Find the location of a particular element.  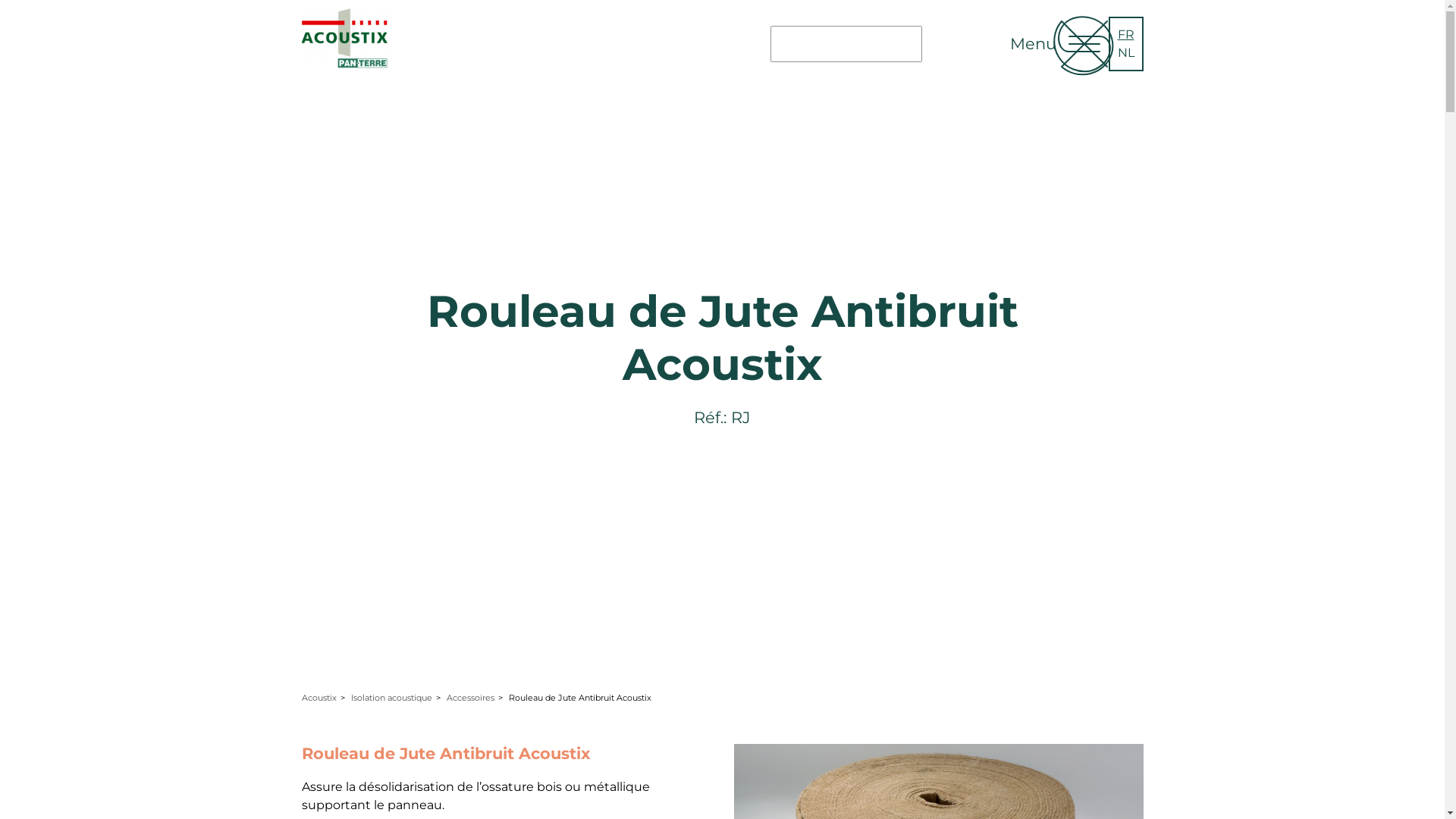

'Isolation acoustique' is located at coordinates (391, 698).